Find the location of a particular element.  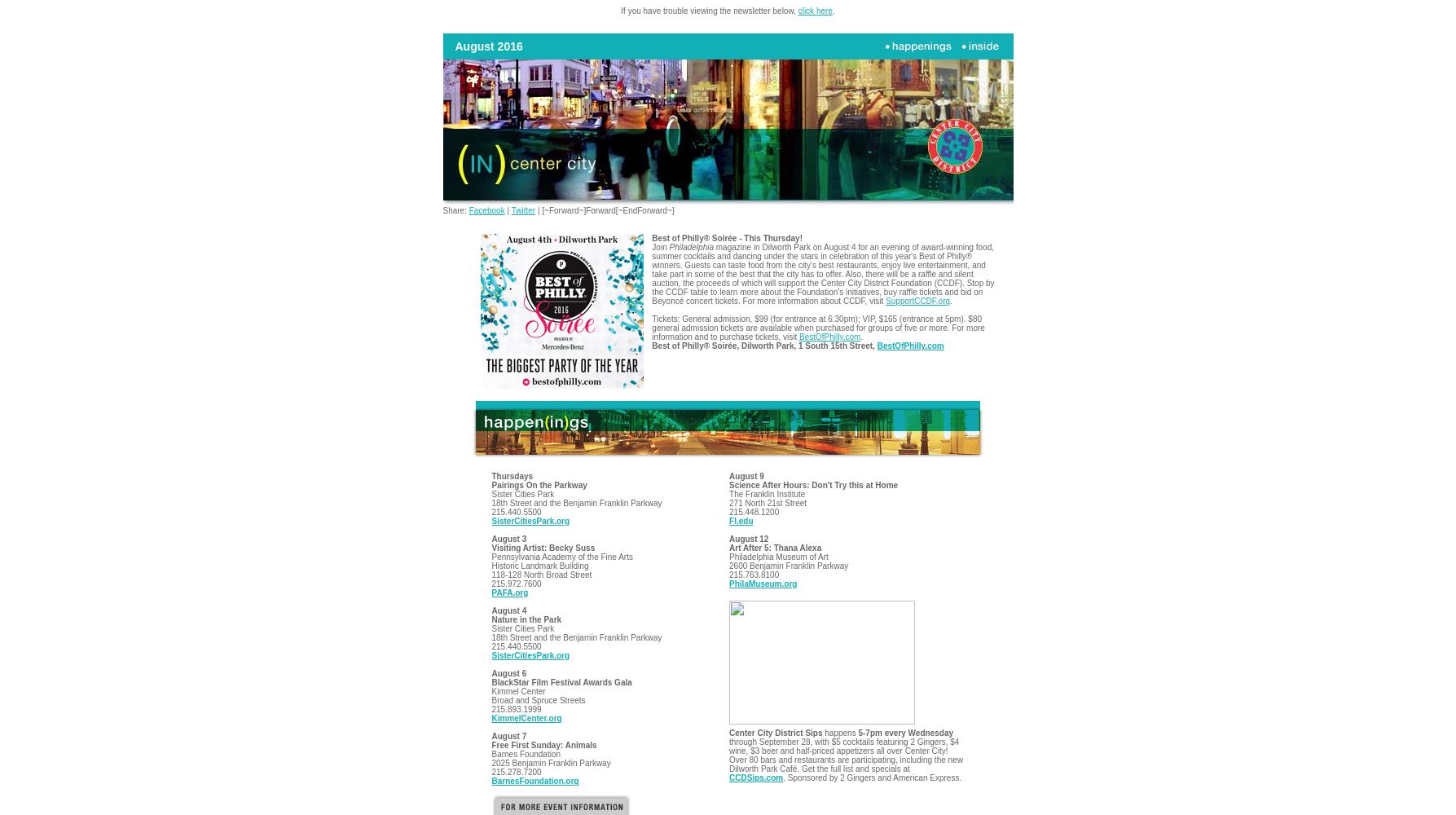

'Pennsylvania Academy of the Fine Arts' is located at coordinates (561, 557).